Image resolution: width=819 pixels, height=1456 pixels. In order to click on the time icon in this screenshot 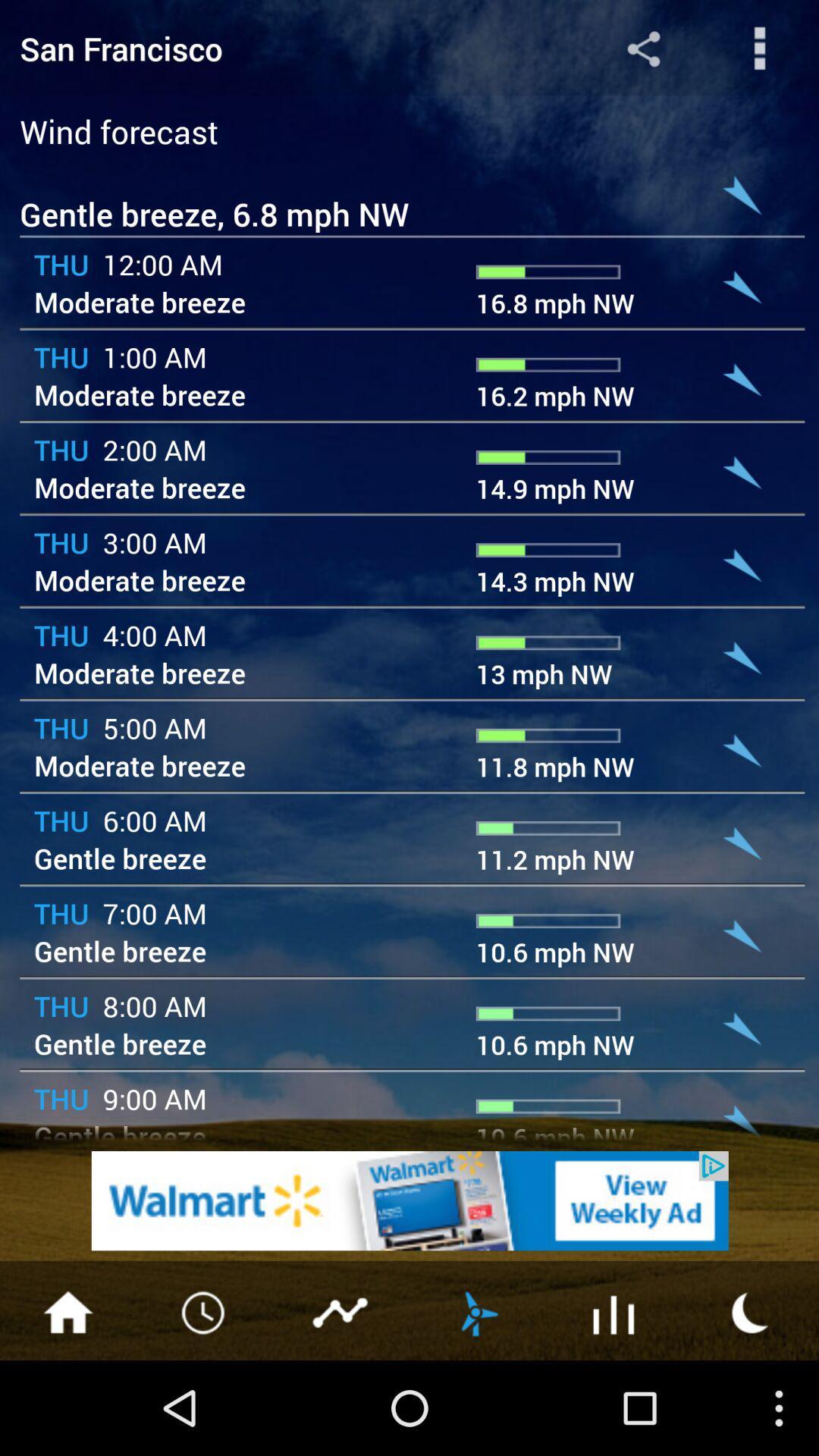, I will do `click(205, 1402)`.